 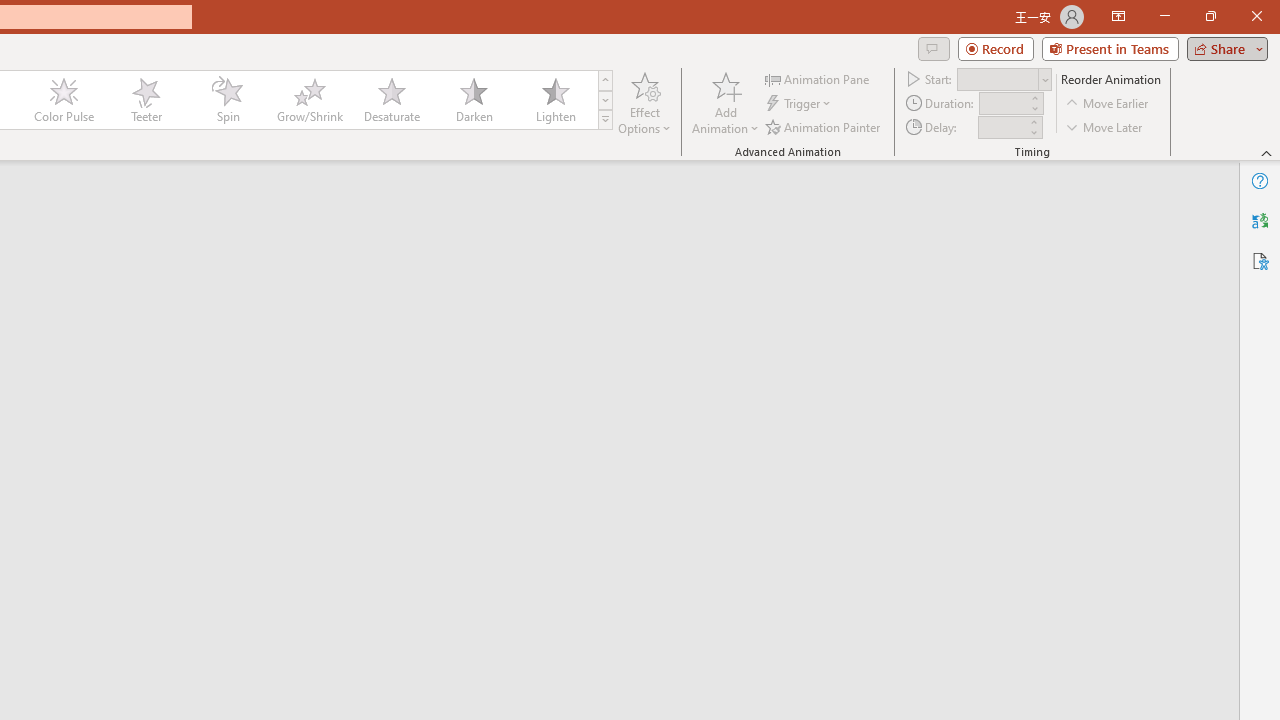 What do you see at coordinates (472, 100) in the screenshot?
I see `'Darken'` at bounding box center [472, 100].